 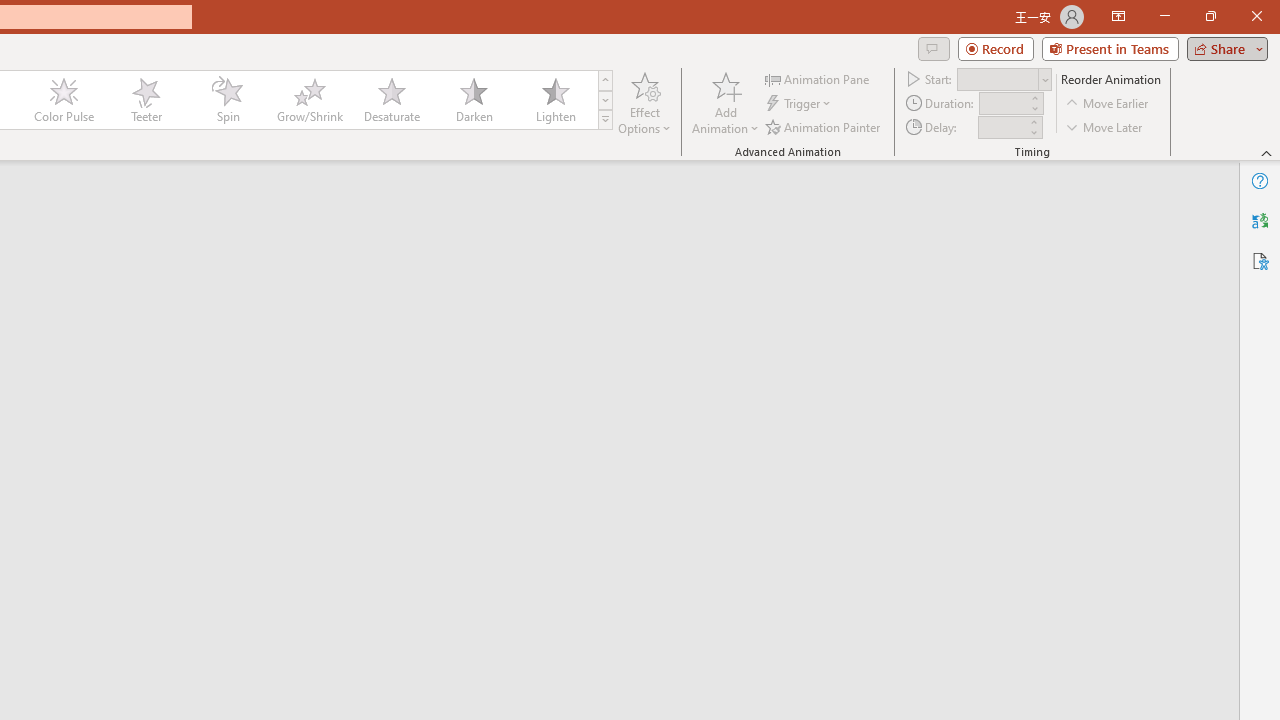 What do you see at coordinates (472, 100) in the screenshot?
I see `'Darken'` at bounding box center [472, 100].